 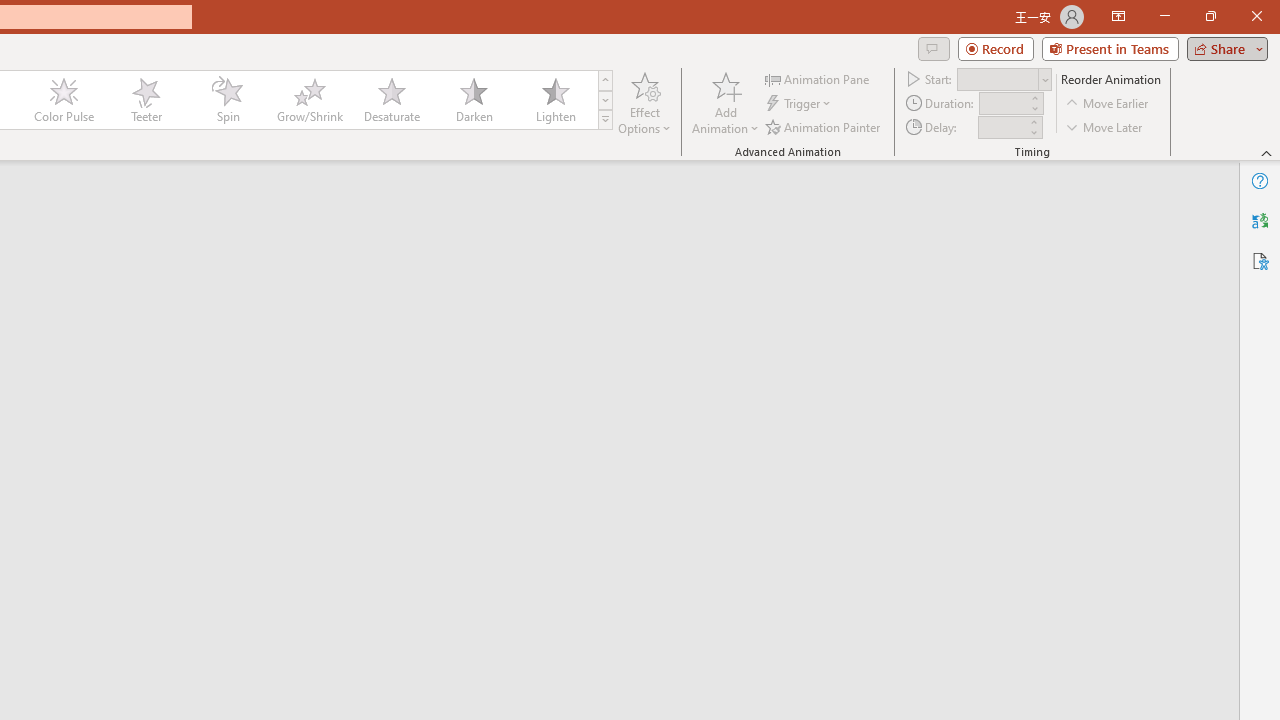 What do you see at coordinates (472, 100) in the screenshot?
I see `'Darken'` at bounding box center [472, 100].